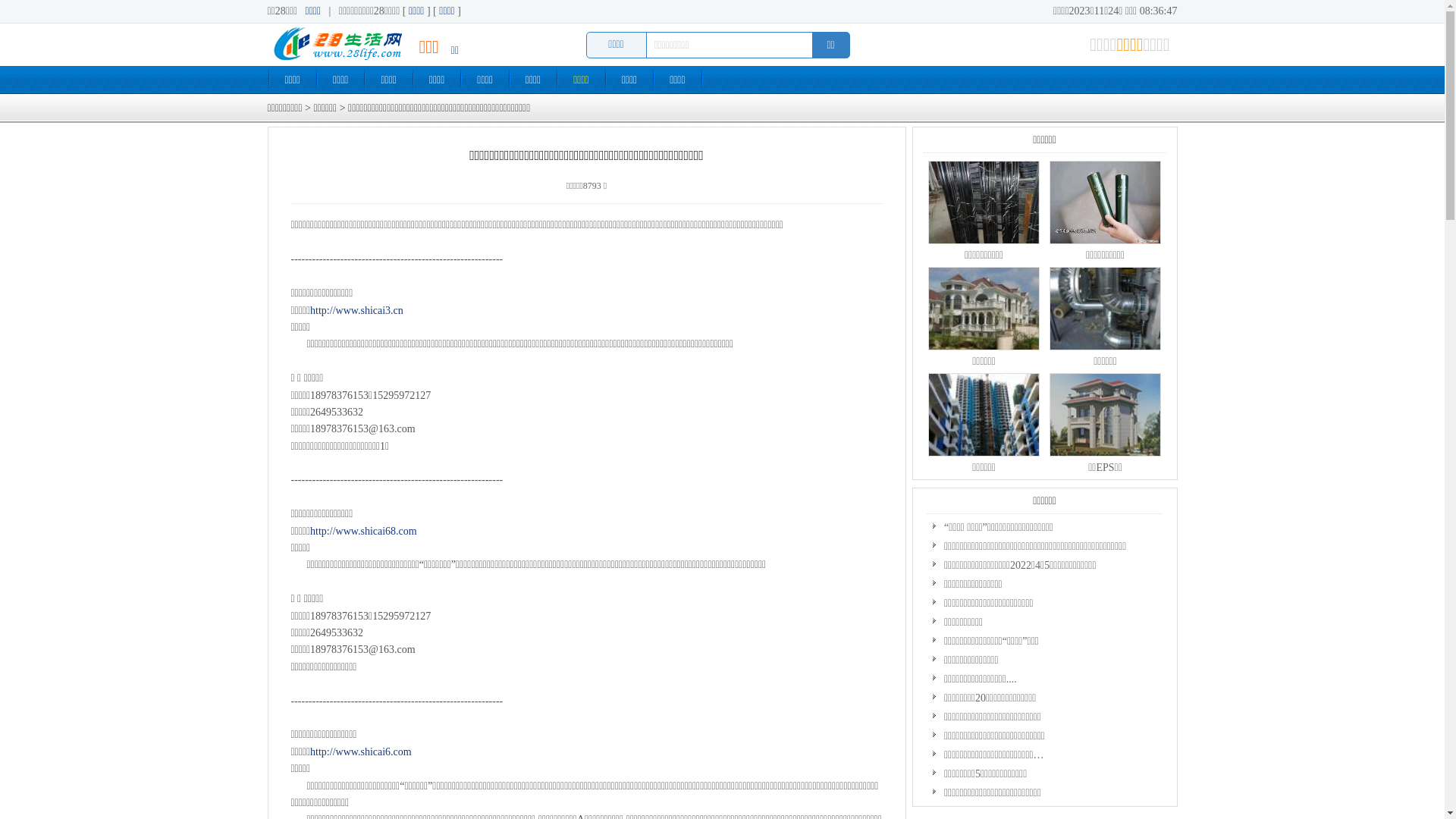  I want to click on 'http://www.shicai6.com', so click(309, 752).